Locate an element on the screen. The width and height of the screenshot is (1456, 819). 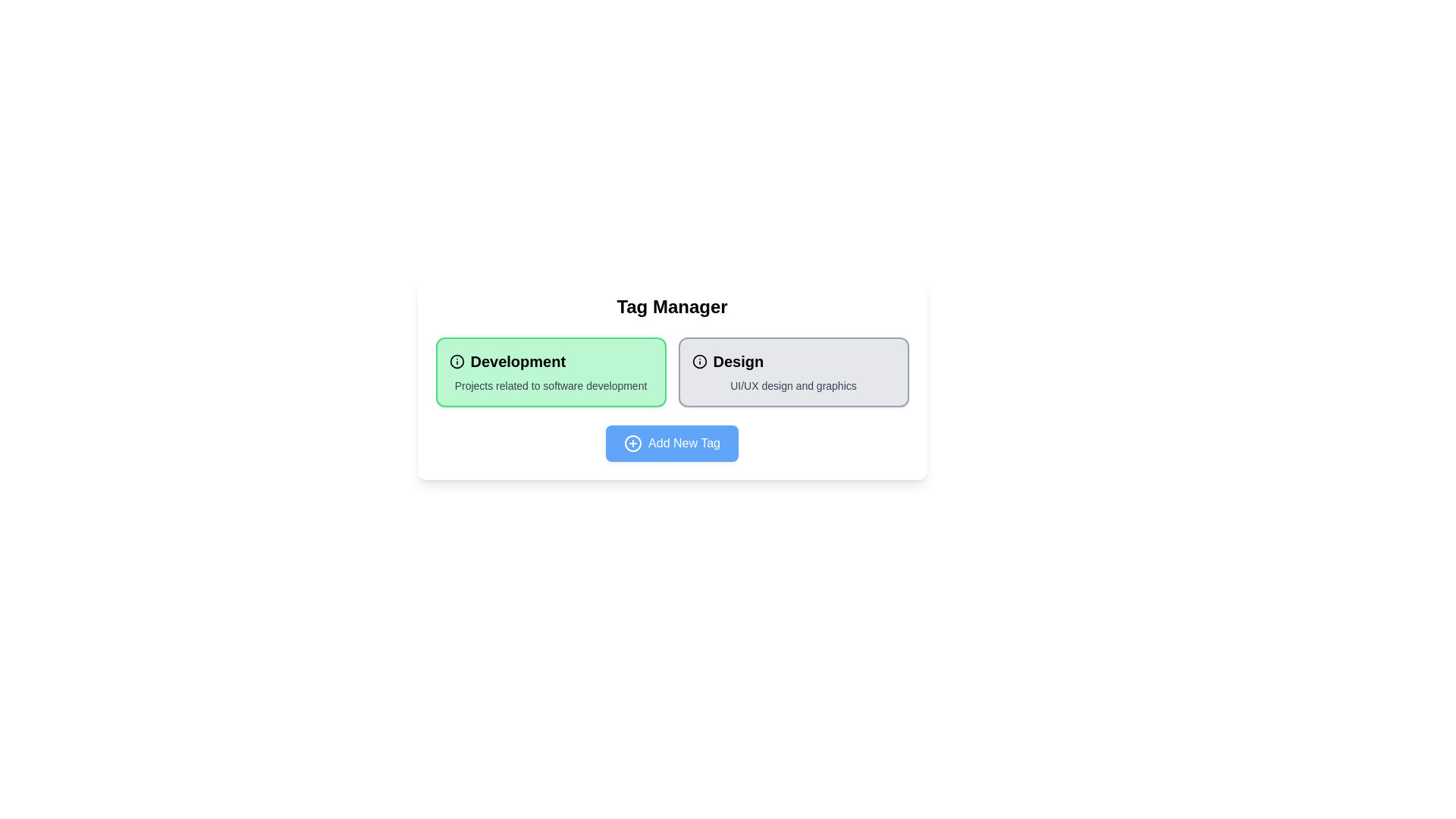
the circular information icon located in the 'Design' section, adjacent to the text 'Design' is located at coordinates (698, 362).